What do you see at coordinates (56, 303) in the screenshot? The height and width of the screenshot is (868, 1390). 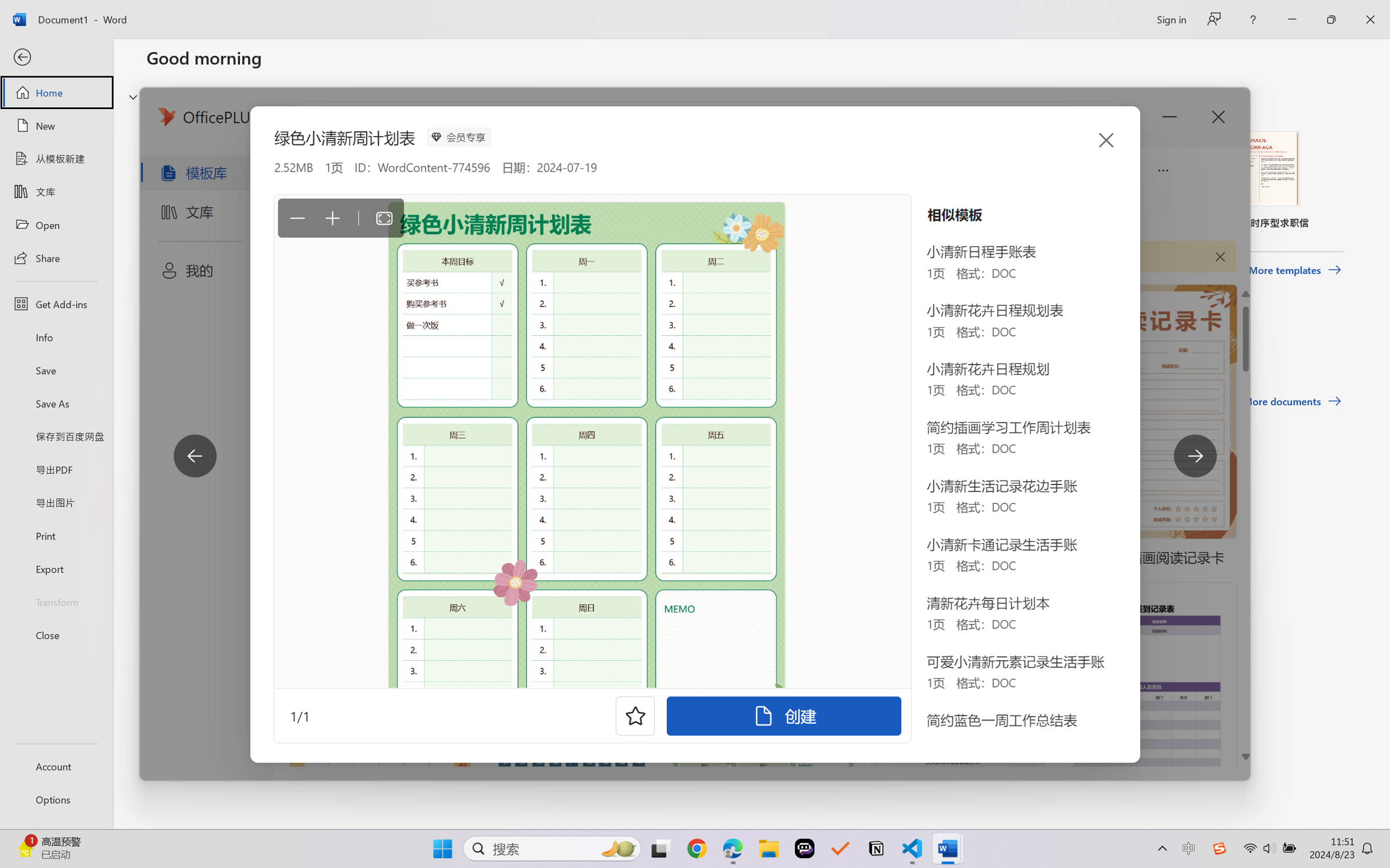 I see `'Get Add-ins'` at bounding box center [56, 303].